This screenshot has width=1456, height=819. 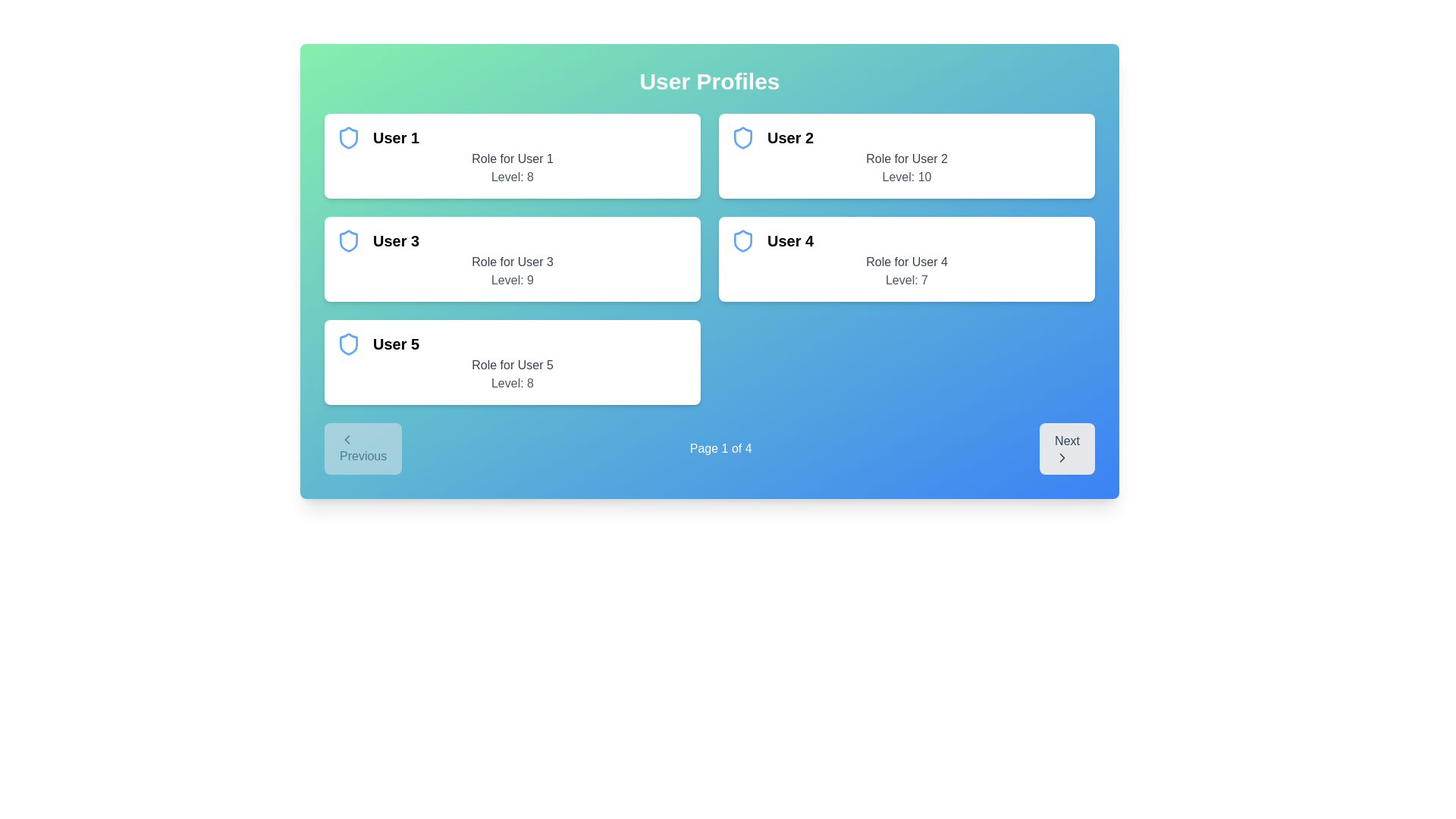 I want to click on the shield icon located in the top-left corner of the card labeled 'User 1', positioned to the left of the username text, so click(x=348, y=137).